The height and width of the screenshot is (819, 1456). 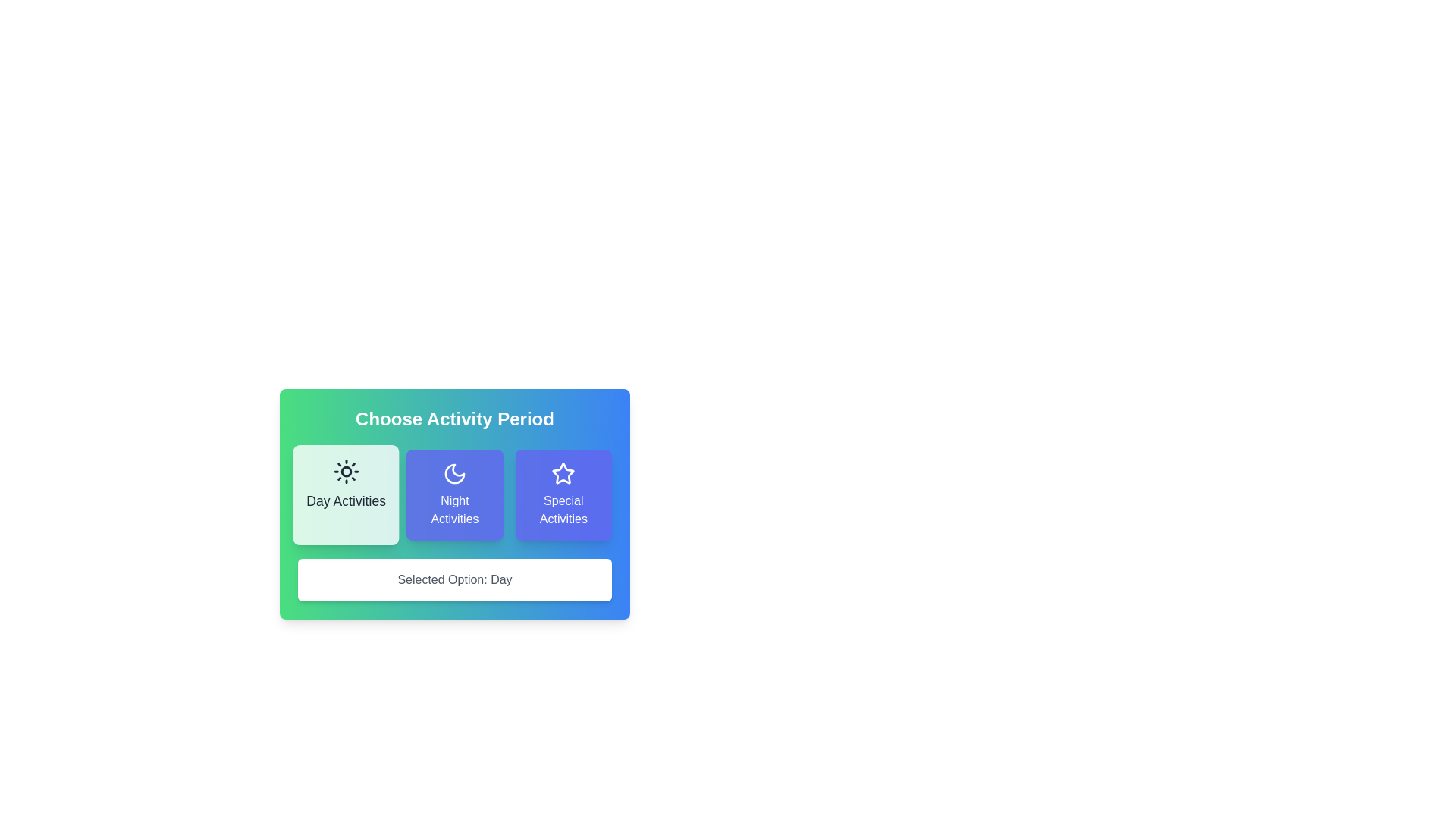 I want to click on the white-colored horizontal selection indicator with rounded corners that displays 'Selected Option: Day', so click(x=454, y=573).